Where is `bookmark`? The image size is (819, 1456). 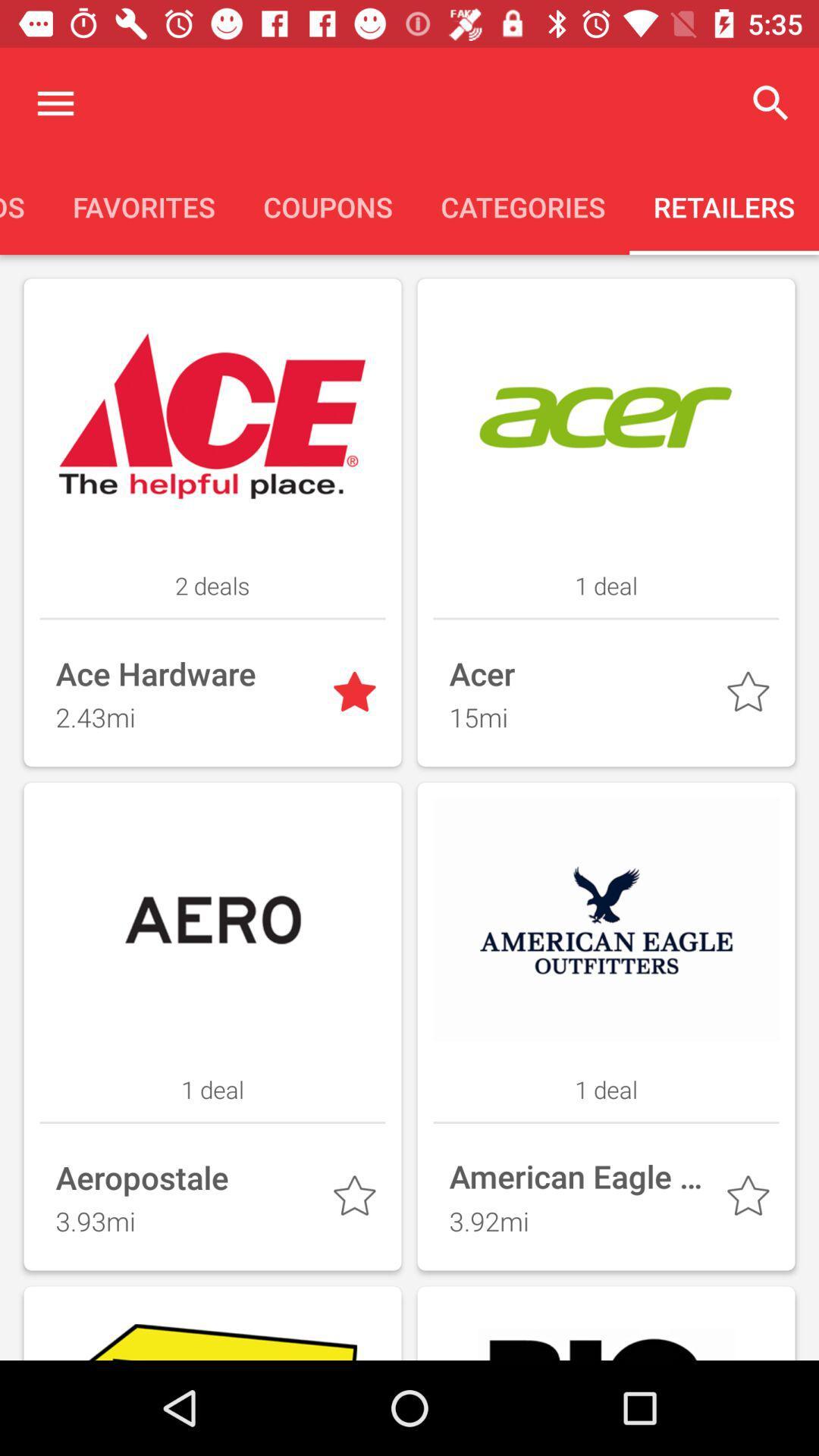 bookmark is located at coordinates (751, 1198).